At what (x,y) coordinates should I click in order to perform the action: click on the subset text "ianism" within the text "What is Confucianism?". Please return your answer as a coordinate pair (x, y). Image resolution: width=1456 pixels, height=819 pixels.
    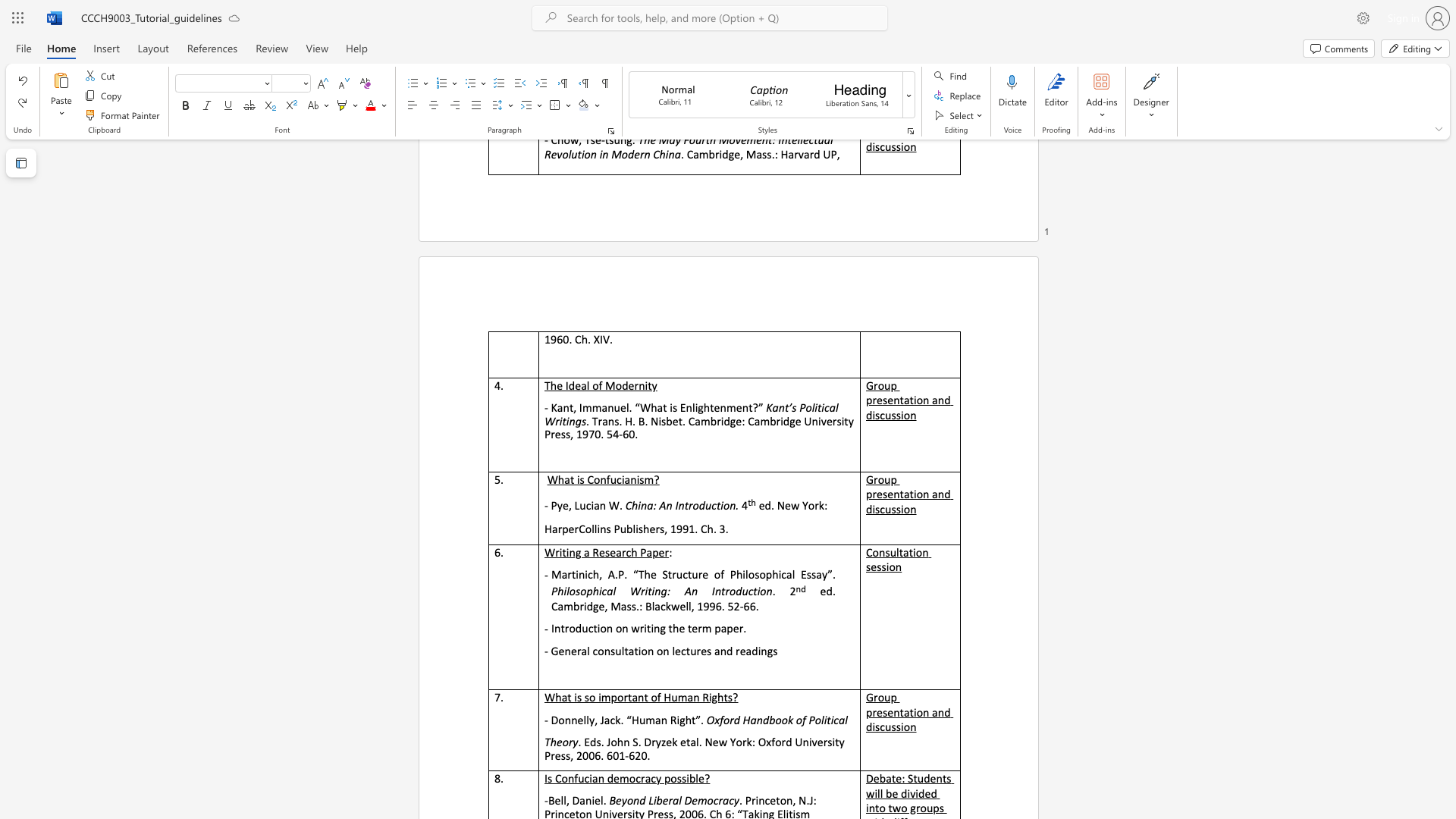
    Looking at the image, I should click on (621, 479).